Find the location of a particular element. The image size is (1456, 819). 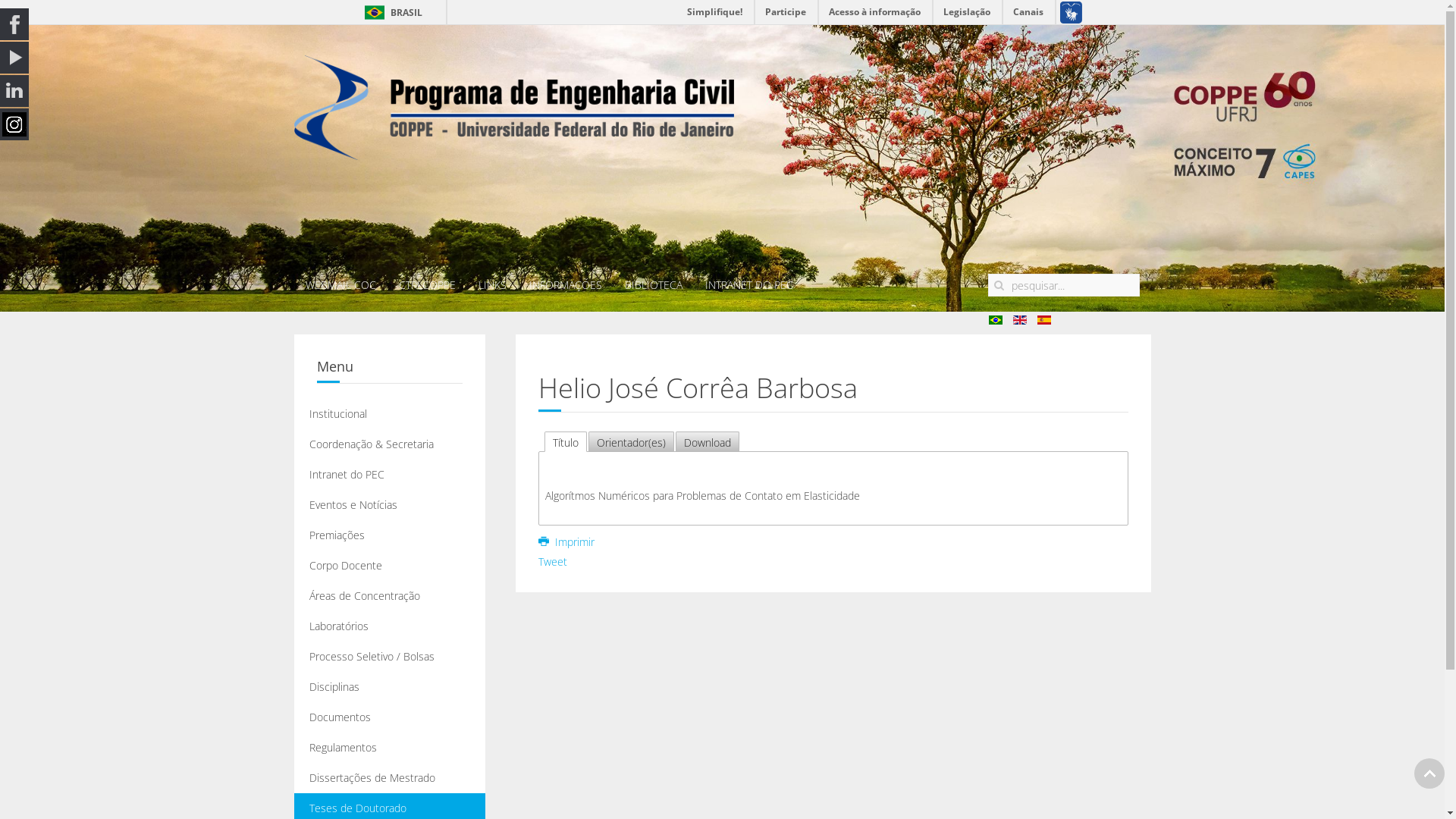

'Tweet' is located at coordinates (552, 561).